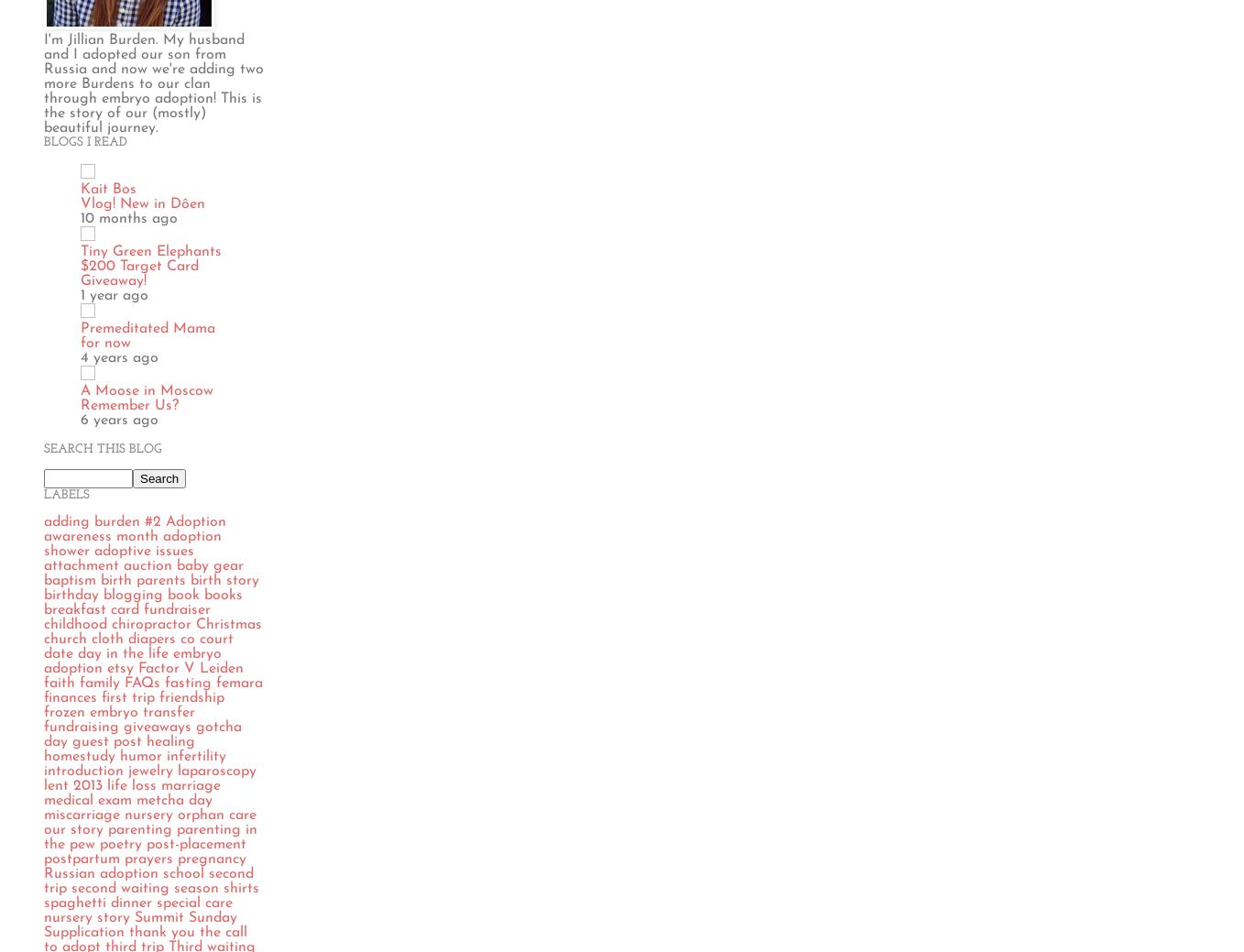  Describe the element at coordinates (75, 608) in the screenshot. I see `'breakfast'` at that location.